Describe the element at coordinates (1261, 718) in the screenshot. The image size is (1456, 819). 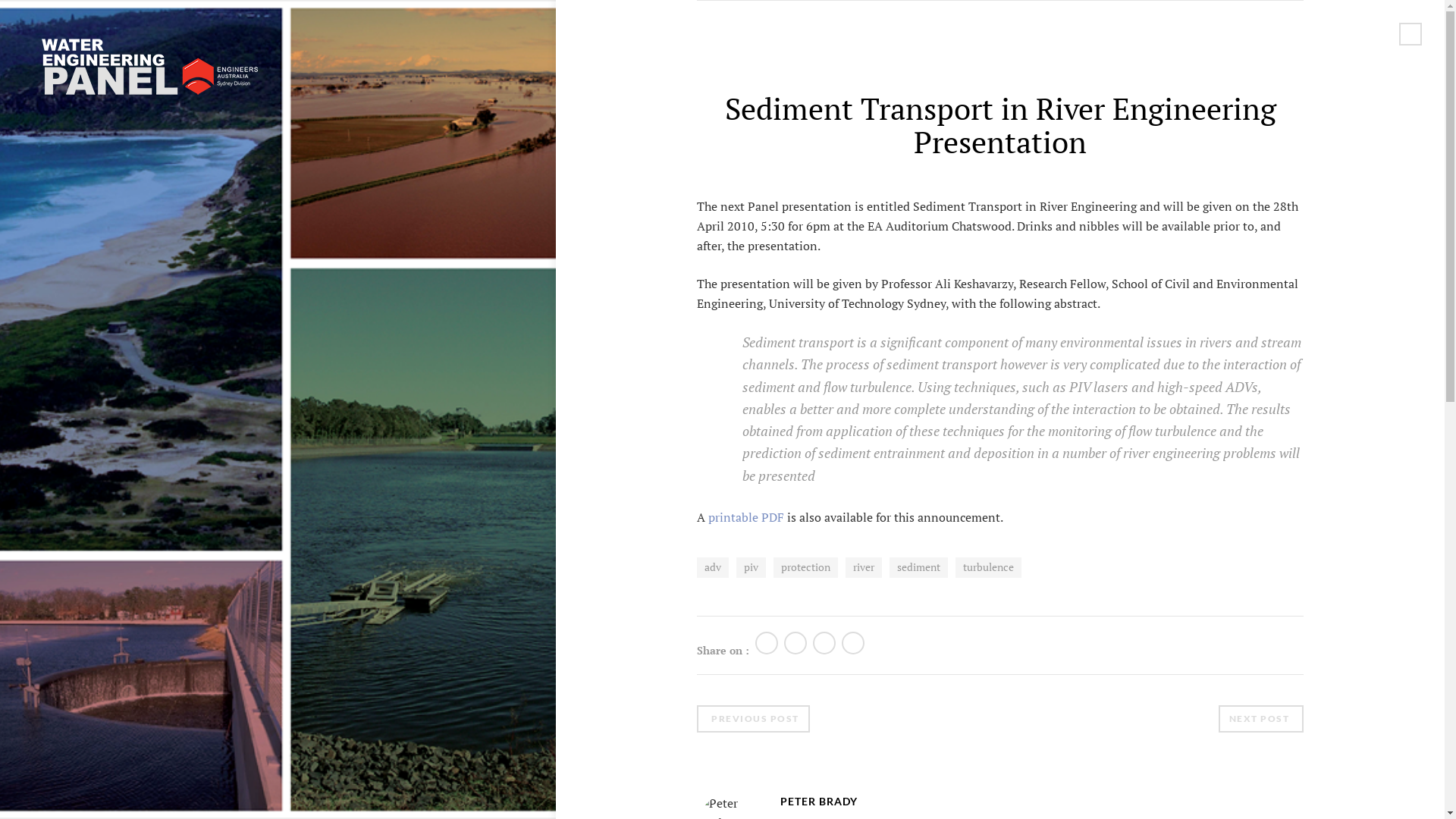
I see `'NEXT POST'` at that location.